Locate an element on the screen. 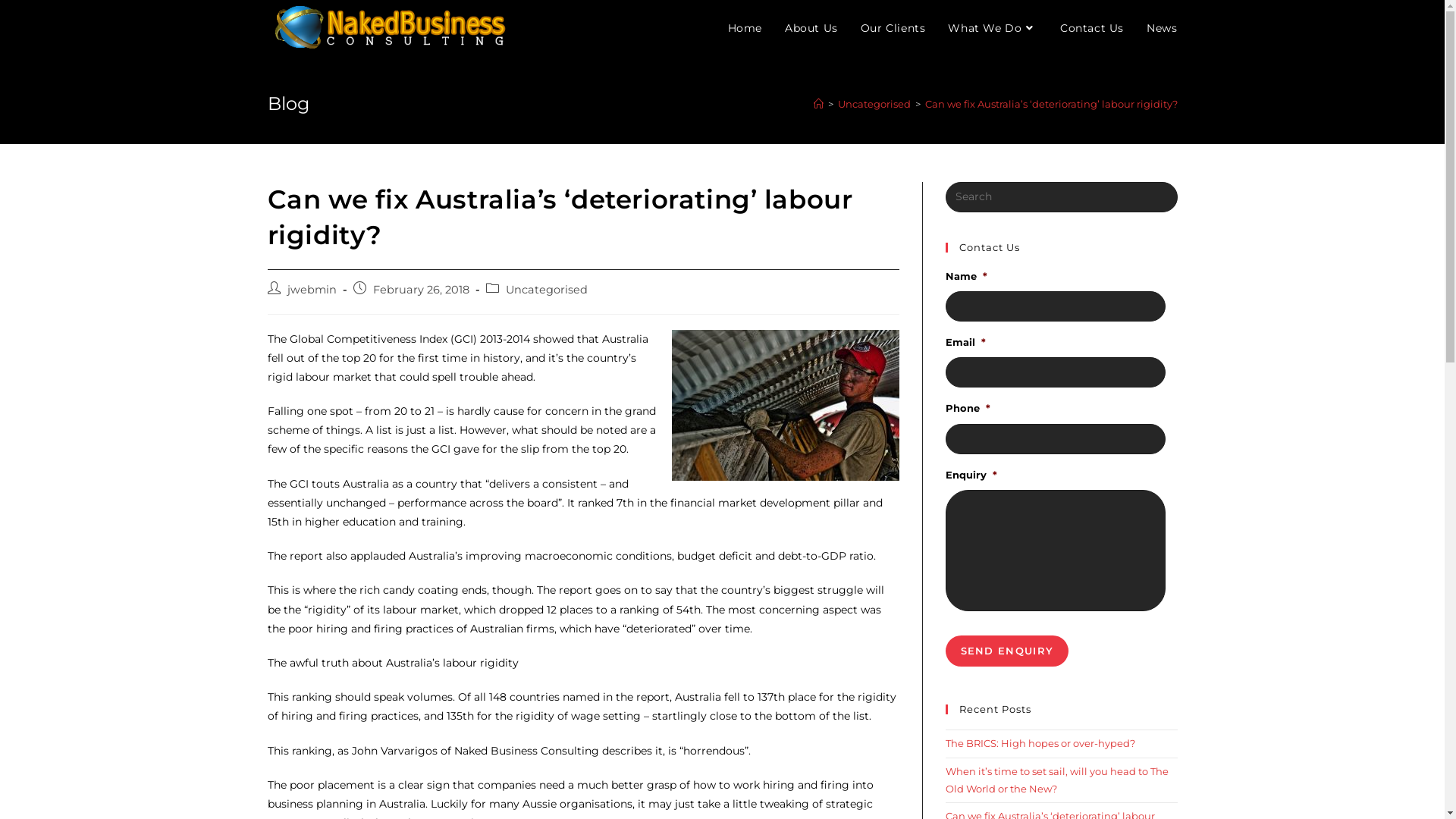  'Uncategorised' is located at coordinates (874, 103).